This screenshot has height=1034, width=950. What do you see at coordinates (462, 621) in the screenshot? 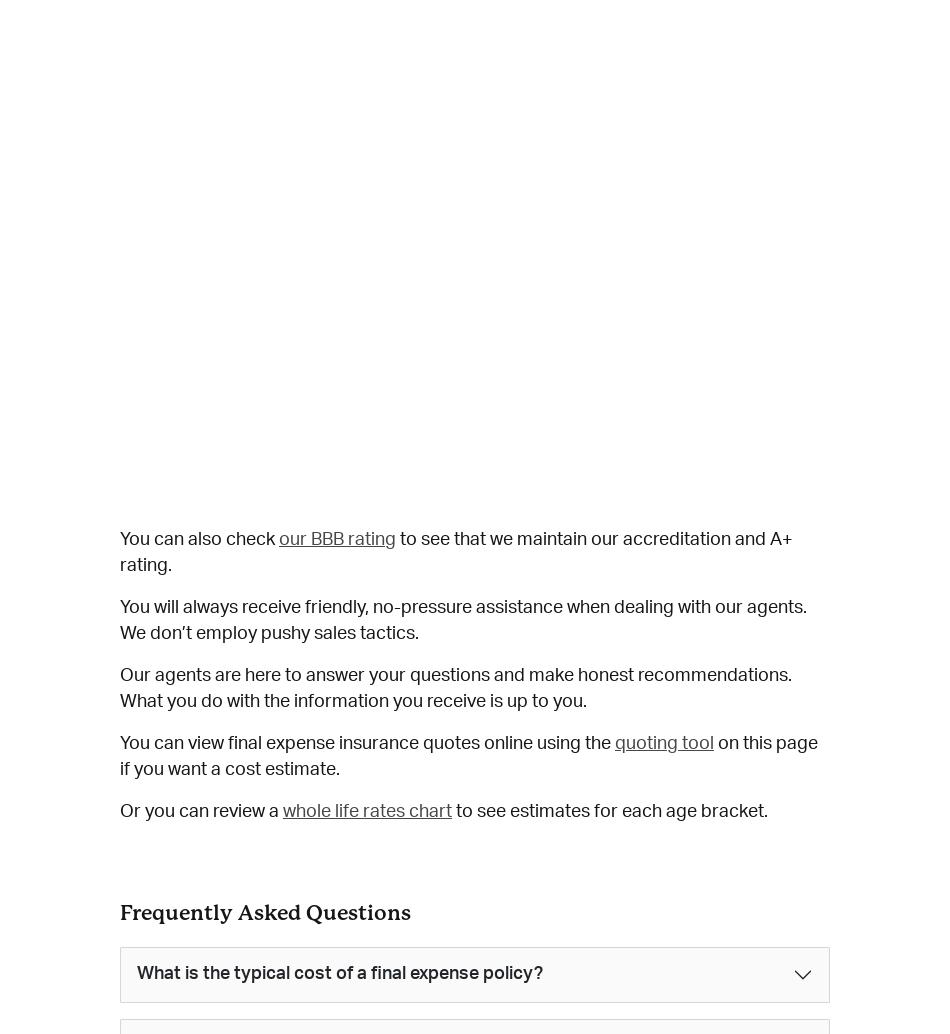
I see `'You will always receive friendly, no-pressure assistance when dealing with our agents. We don’t employ pushy sales tactics.'` at bounding box center [462, 621].